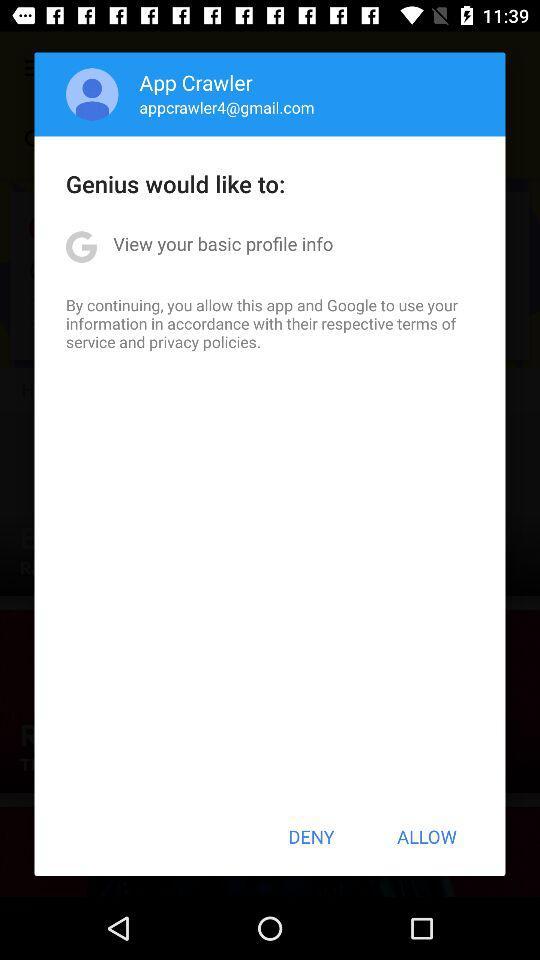 This screenshot has width=540, height=960. I want to click on the app to the left of the app crawler icon, so click(91, 94).